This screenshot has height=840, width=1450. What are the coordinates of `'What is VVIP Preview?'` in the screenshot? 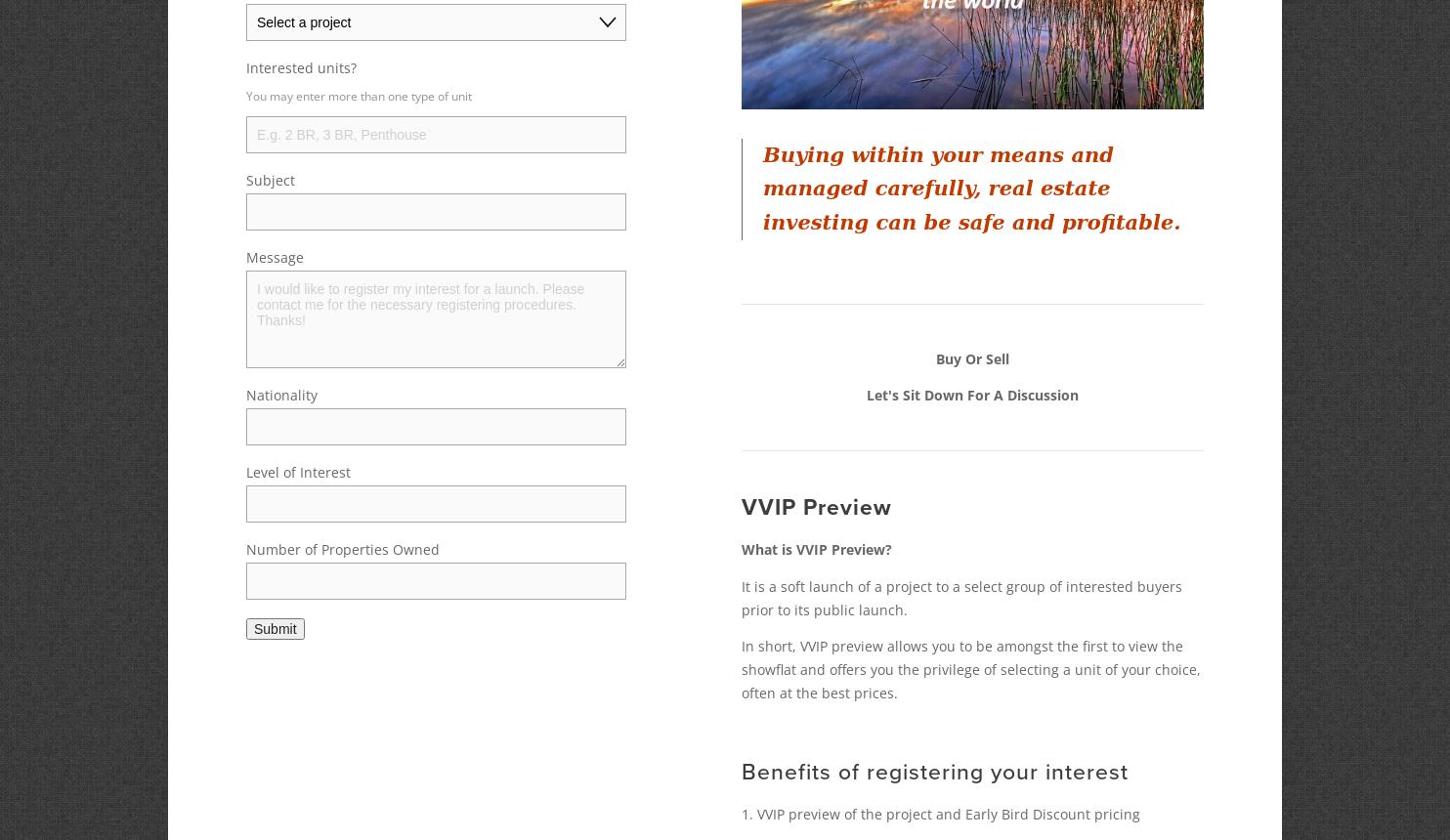 It's located at (741, 549).